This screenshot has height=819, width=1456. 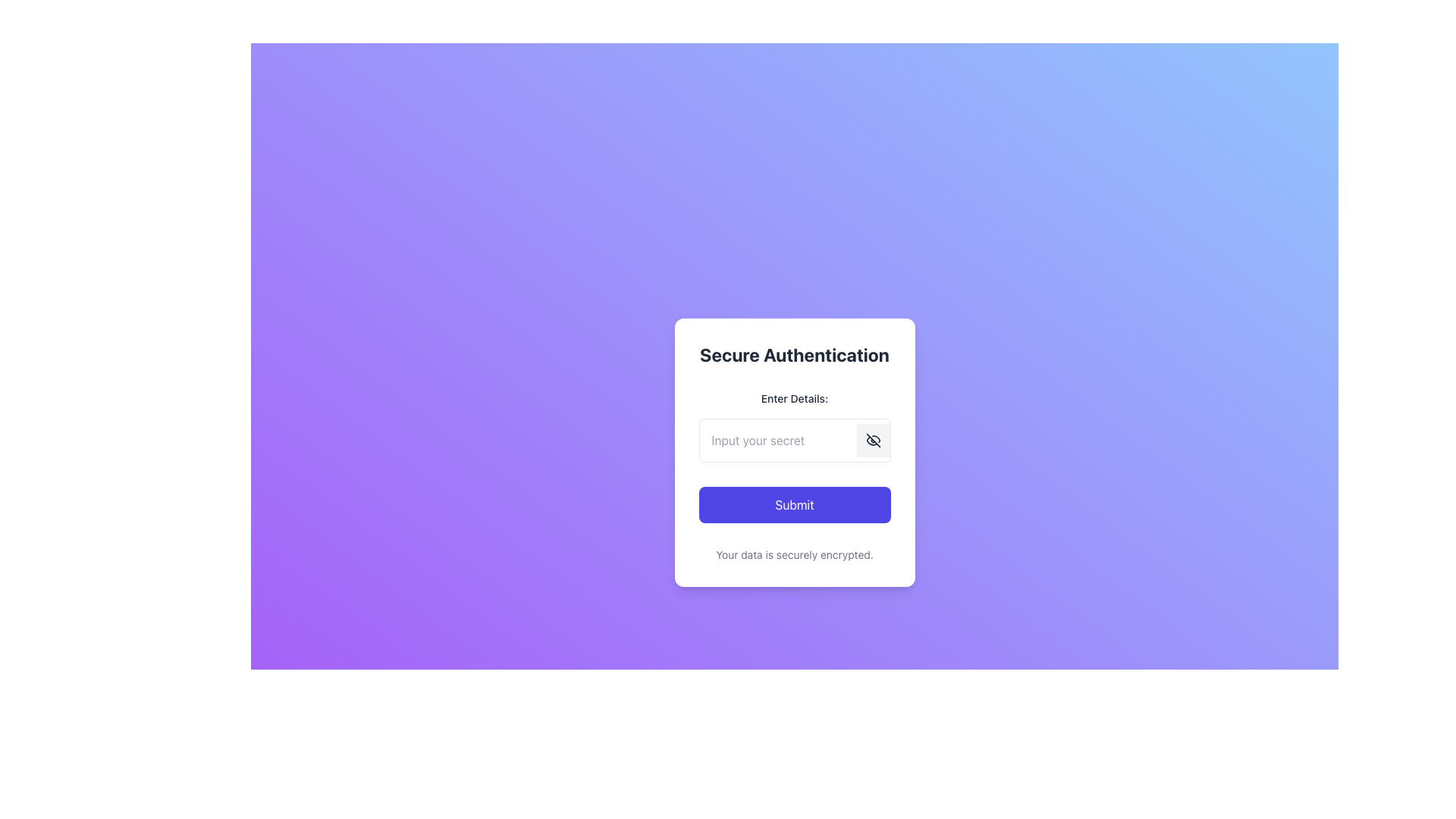 What do you see at coordinates (793, 397) in the screenshot?
I see `label that serves as a prompt for the adjacent input field, centrally aligned at the top of the card layout` at bounding box center [793, 397].